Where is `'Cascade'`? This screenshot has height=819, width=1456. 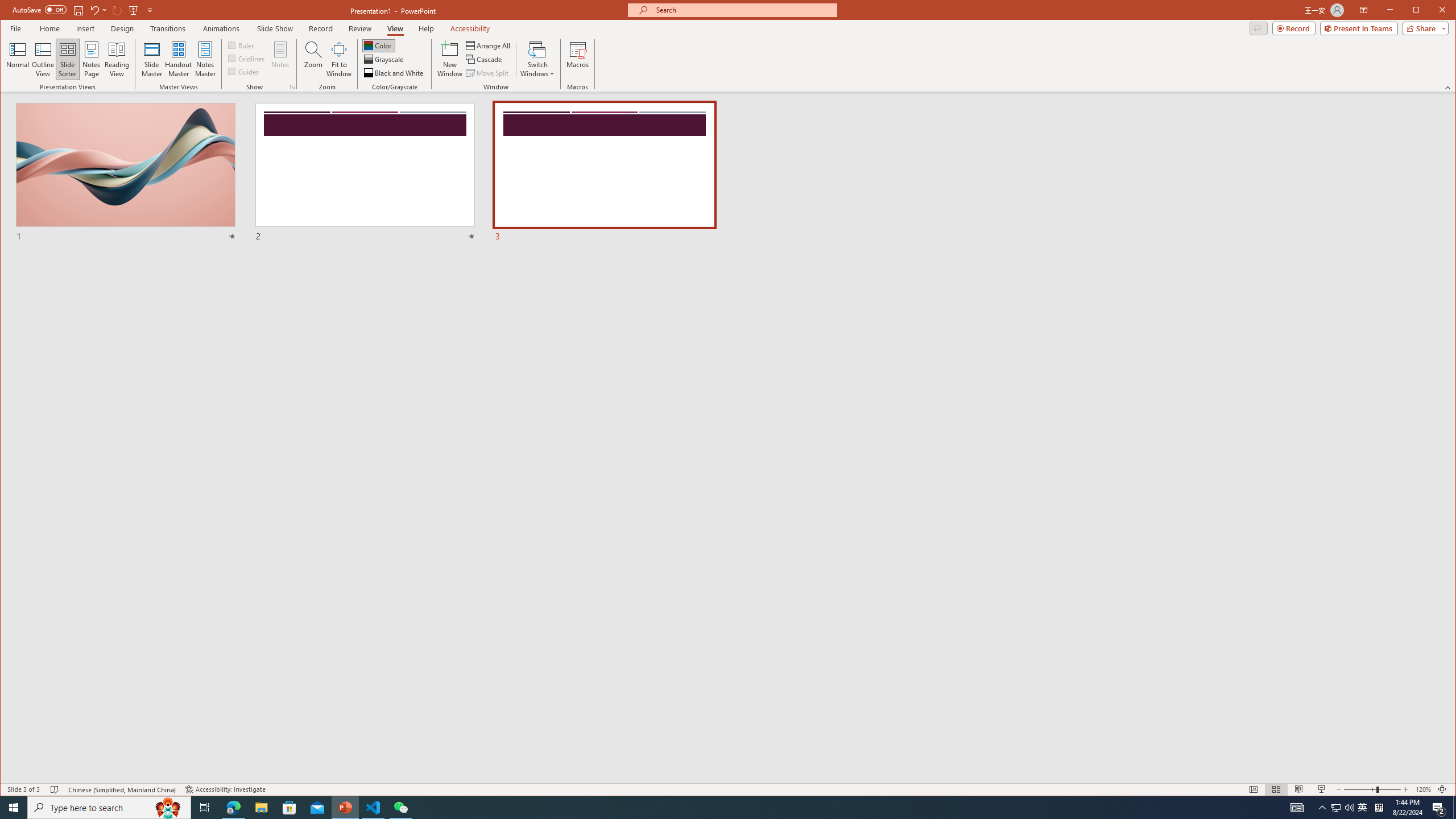
'Cascade' is located at coordinates (484, 59).